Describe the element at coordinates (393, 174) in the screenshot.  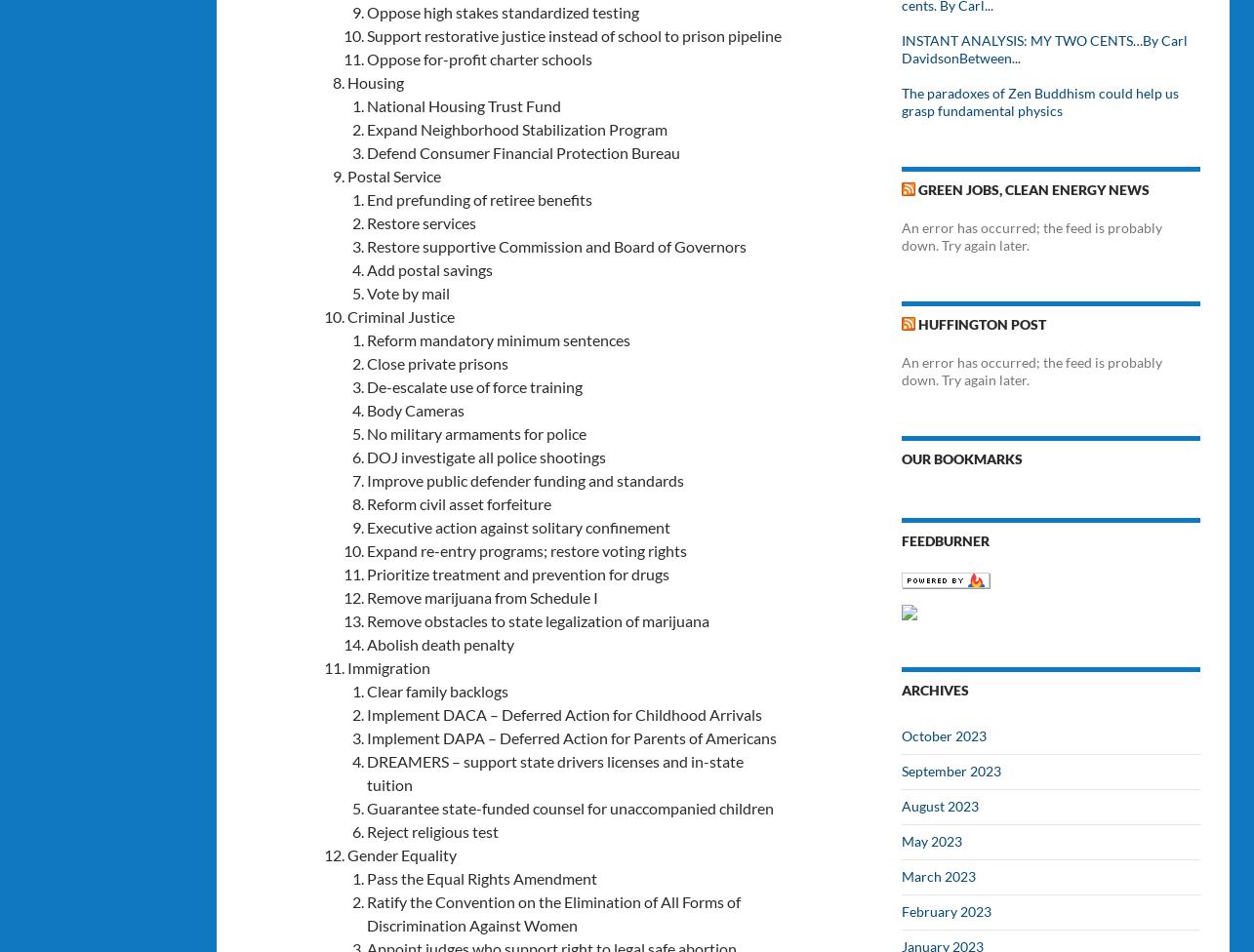
I see `'Postal Service'` at that location.